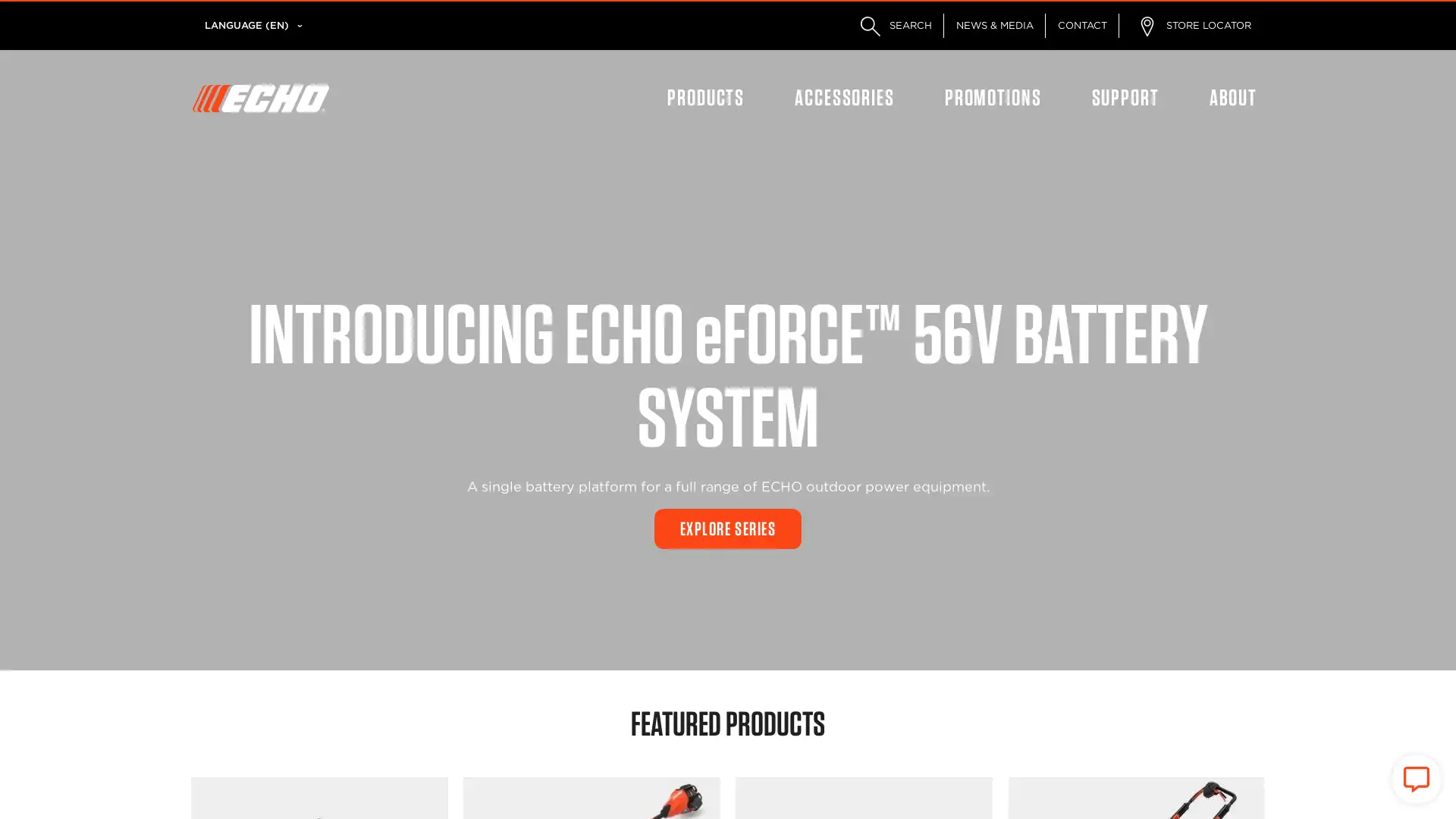 This screenshot has width=1456, height=819. I want to click on Chat with our Experts, so click(1415, 780).